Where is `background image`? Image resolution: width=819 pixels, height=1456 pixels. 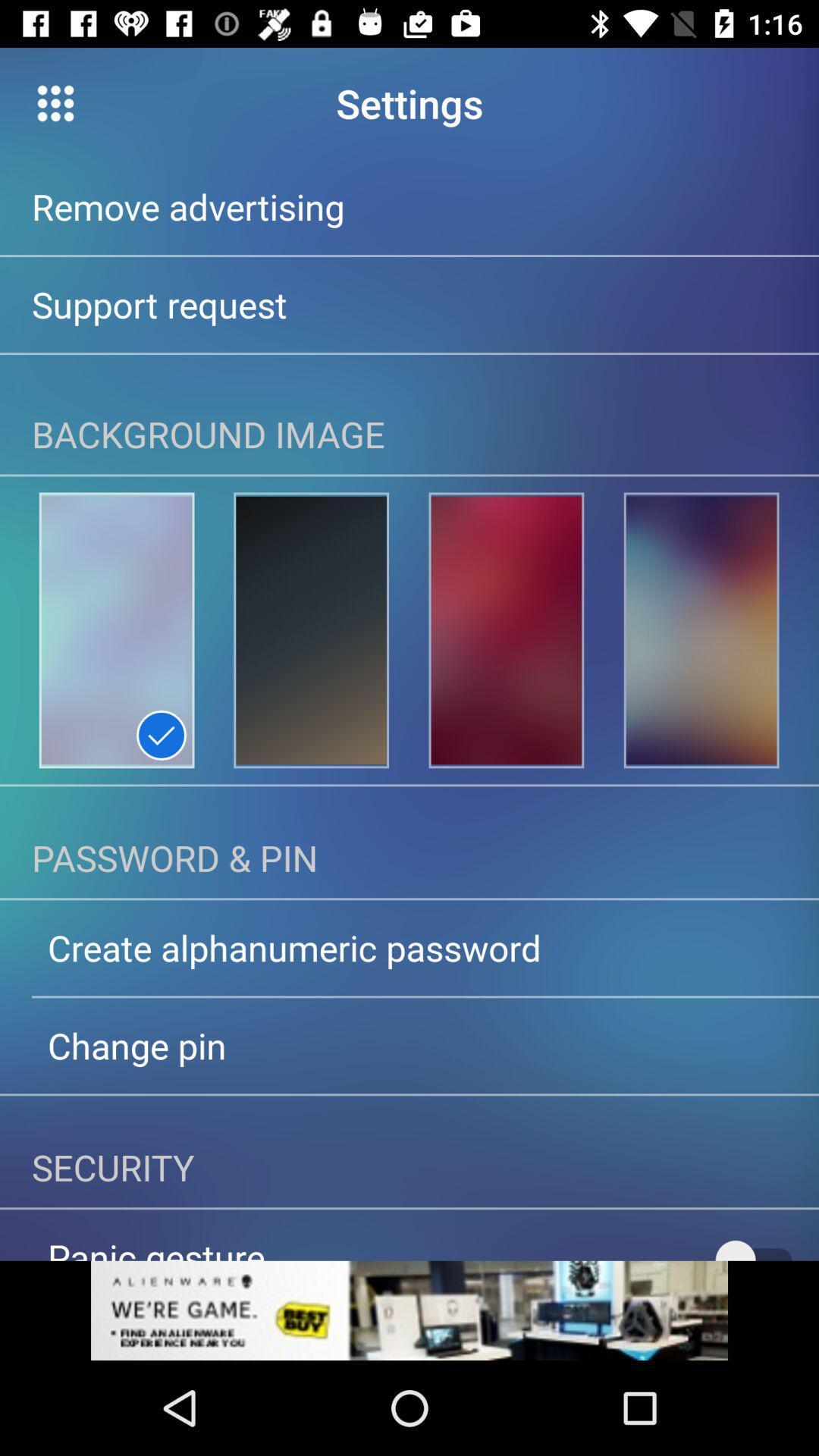
background image is located at coordinates (701, 630).